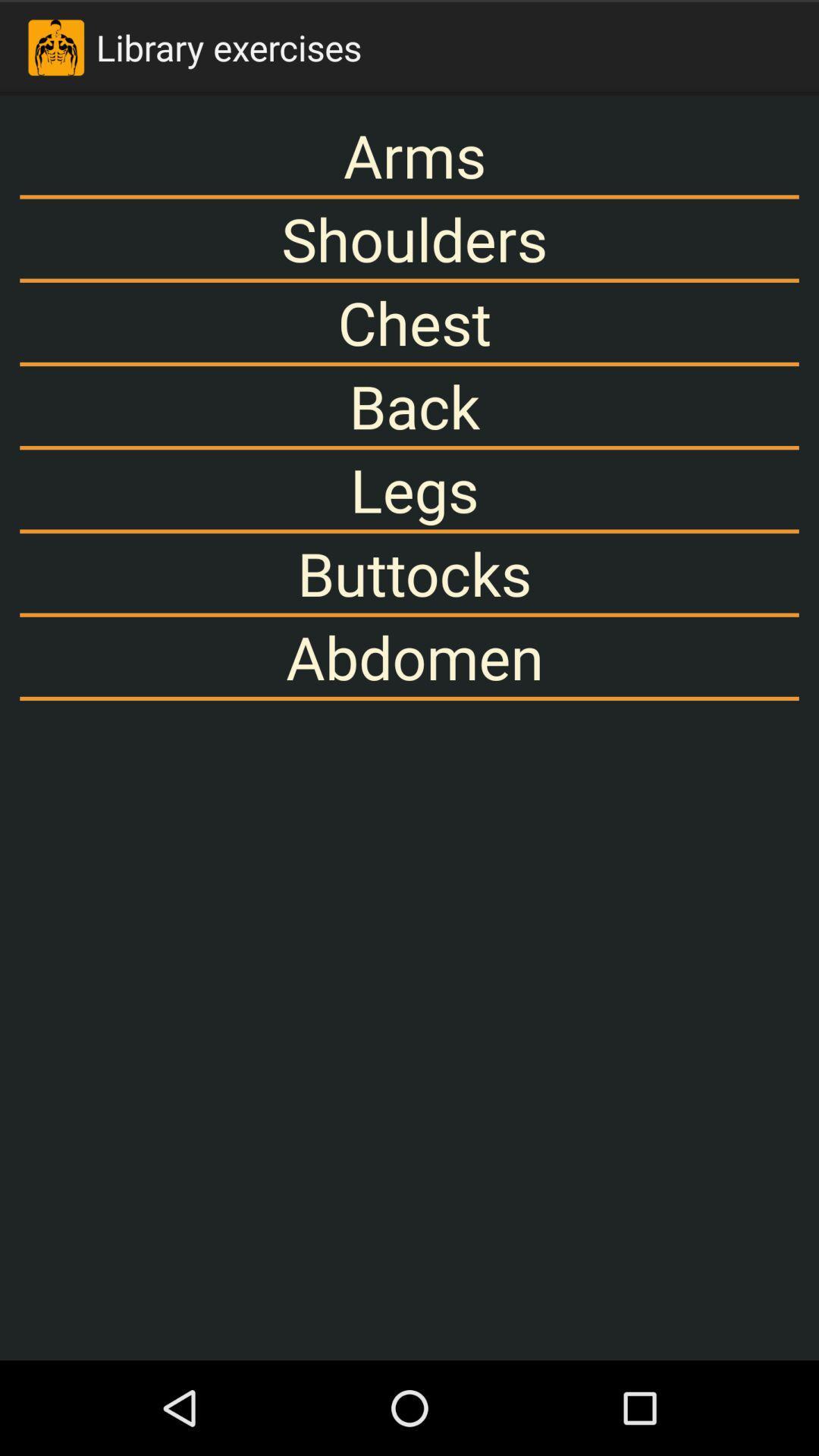  What do you see at coordinates (409, 155) in the screenshot?
I see `arms app` at bounding box center [409, 155].